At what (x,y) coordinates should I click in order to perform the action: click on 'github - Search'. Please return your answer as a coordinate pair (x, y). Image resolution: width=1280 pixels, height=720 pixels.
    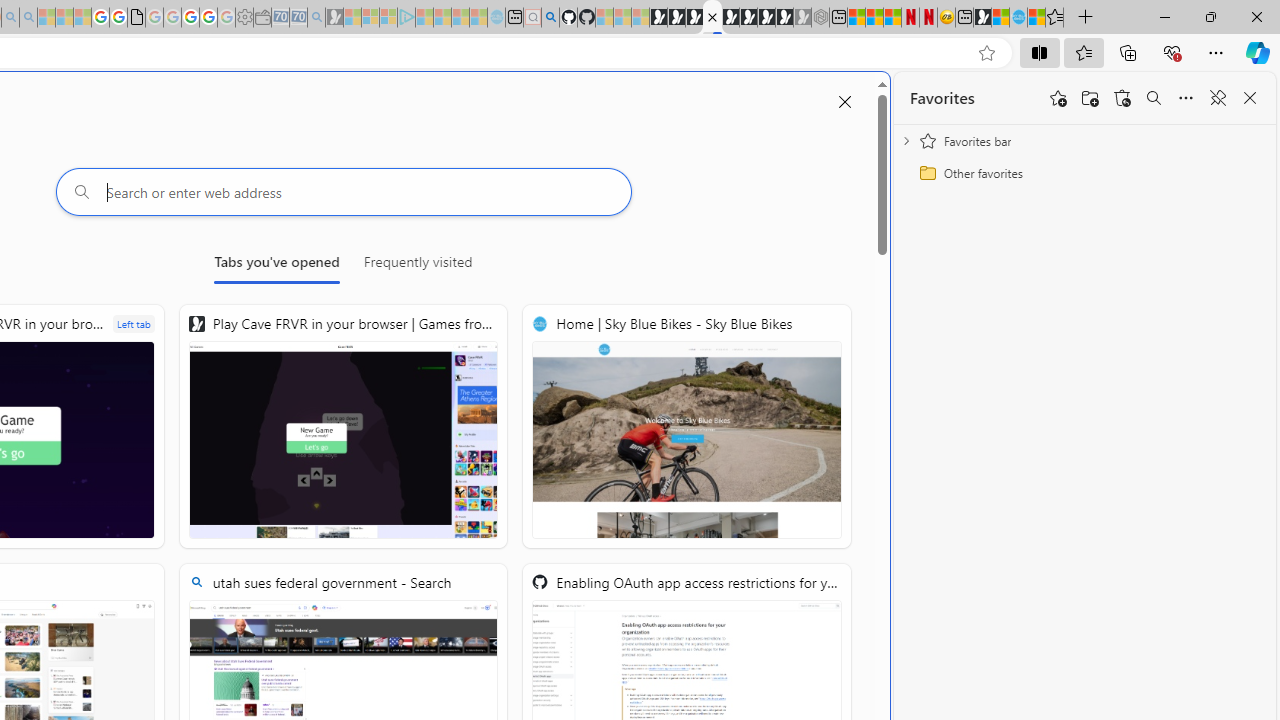
    Looking at the image, I should click on (550, 17).